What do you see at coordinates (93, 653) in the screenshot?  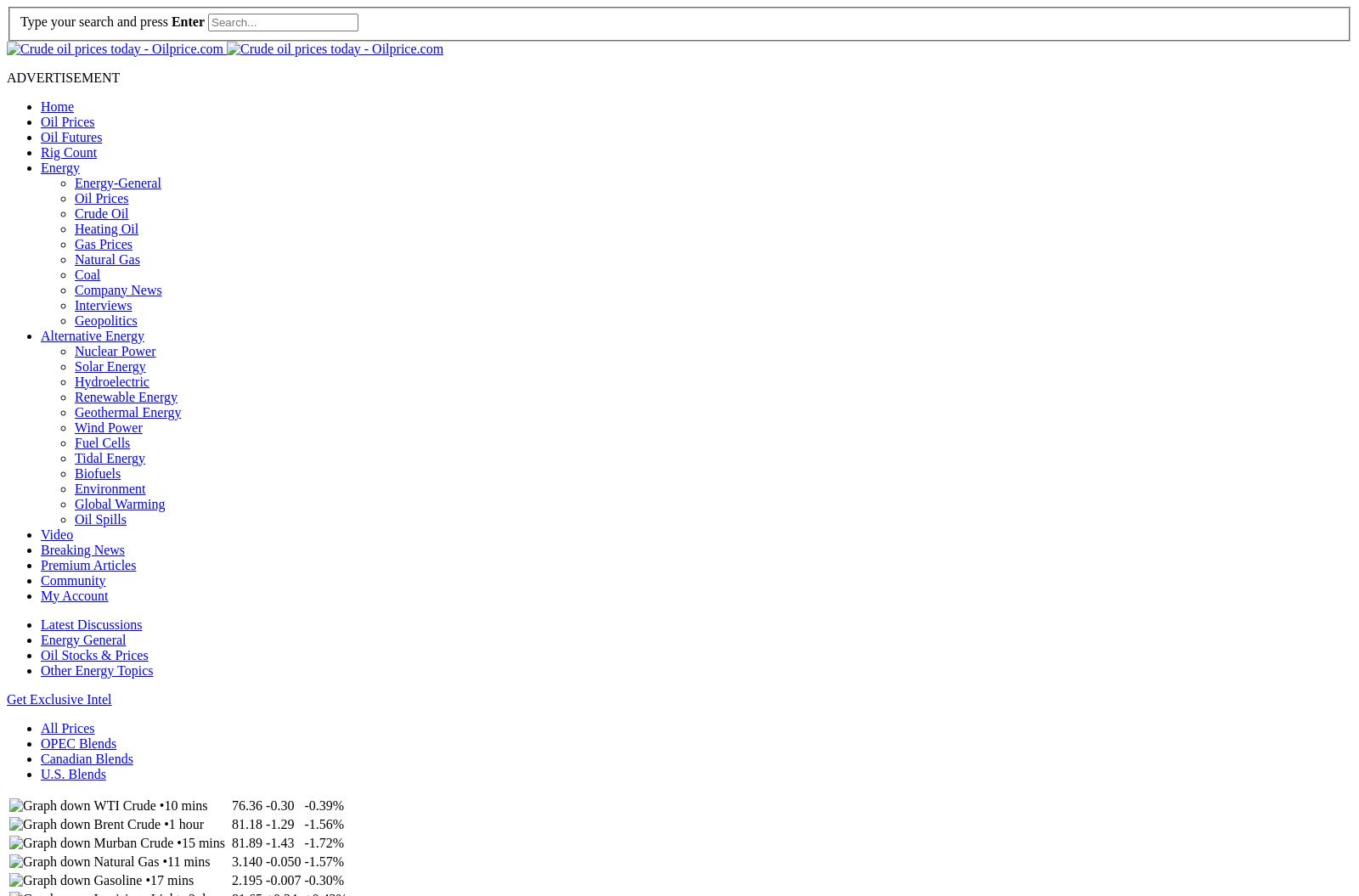 I see `'Oil Stocks & Prices'` at bounding box center [93, 653].